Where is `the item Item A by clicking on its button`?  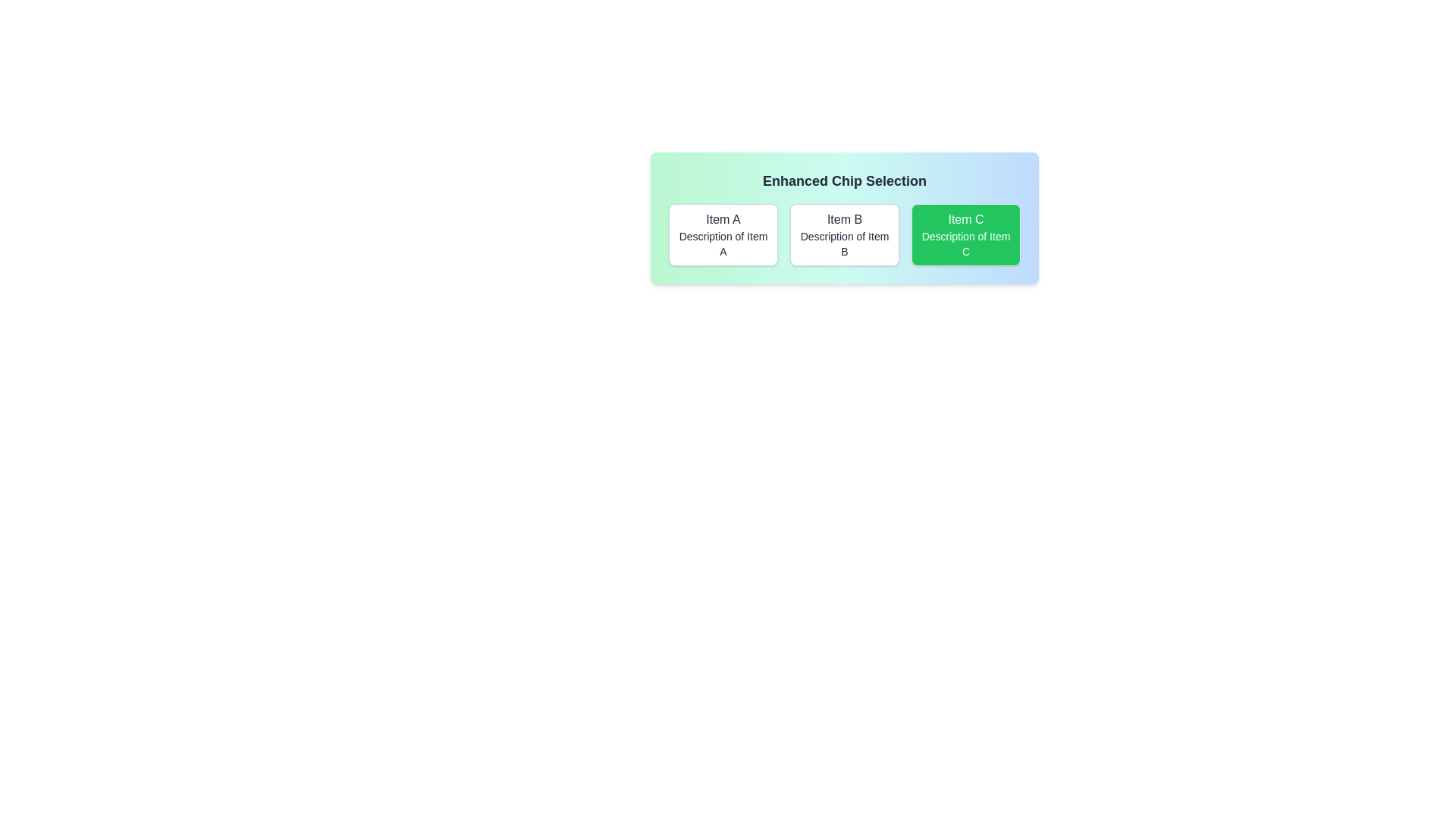
the item Item A by clicking on its button is located at coordinates (723, 234).